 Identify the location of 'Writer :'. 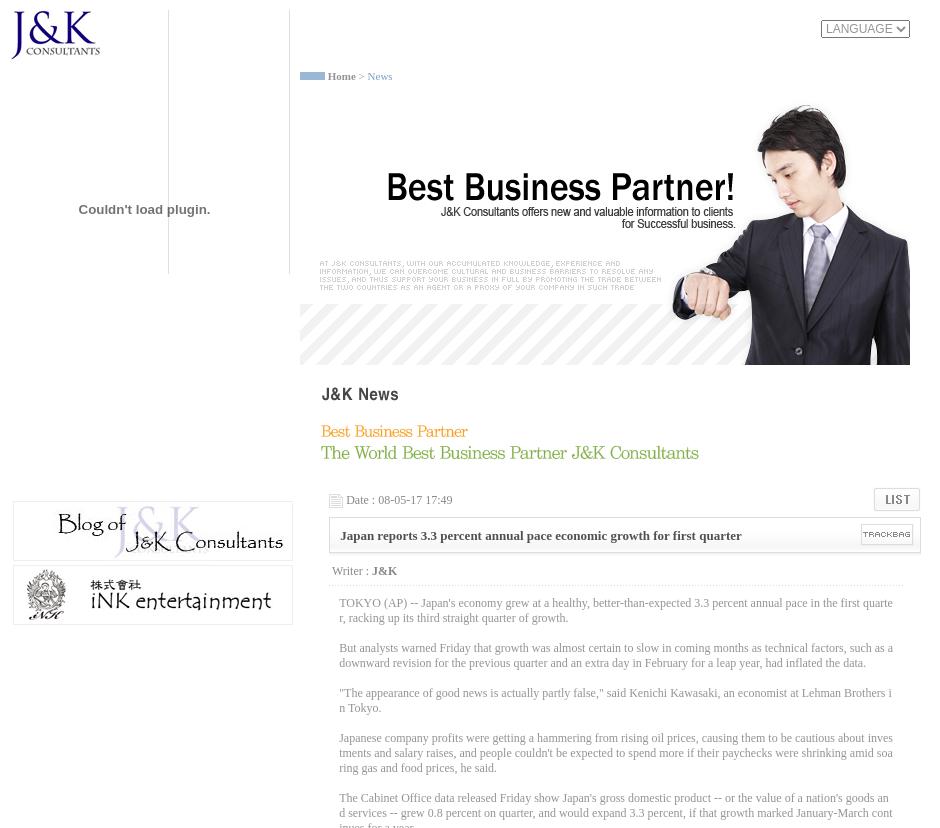
(350, 569).